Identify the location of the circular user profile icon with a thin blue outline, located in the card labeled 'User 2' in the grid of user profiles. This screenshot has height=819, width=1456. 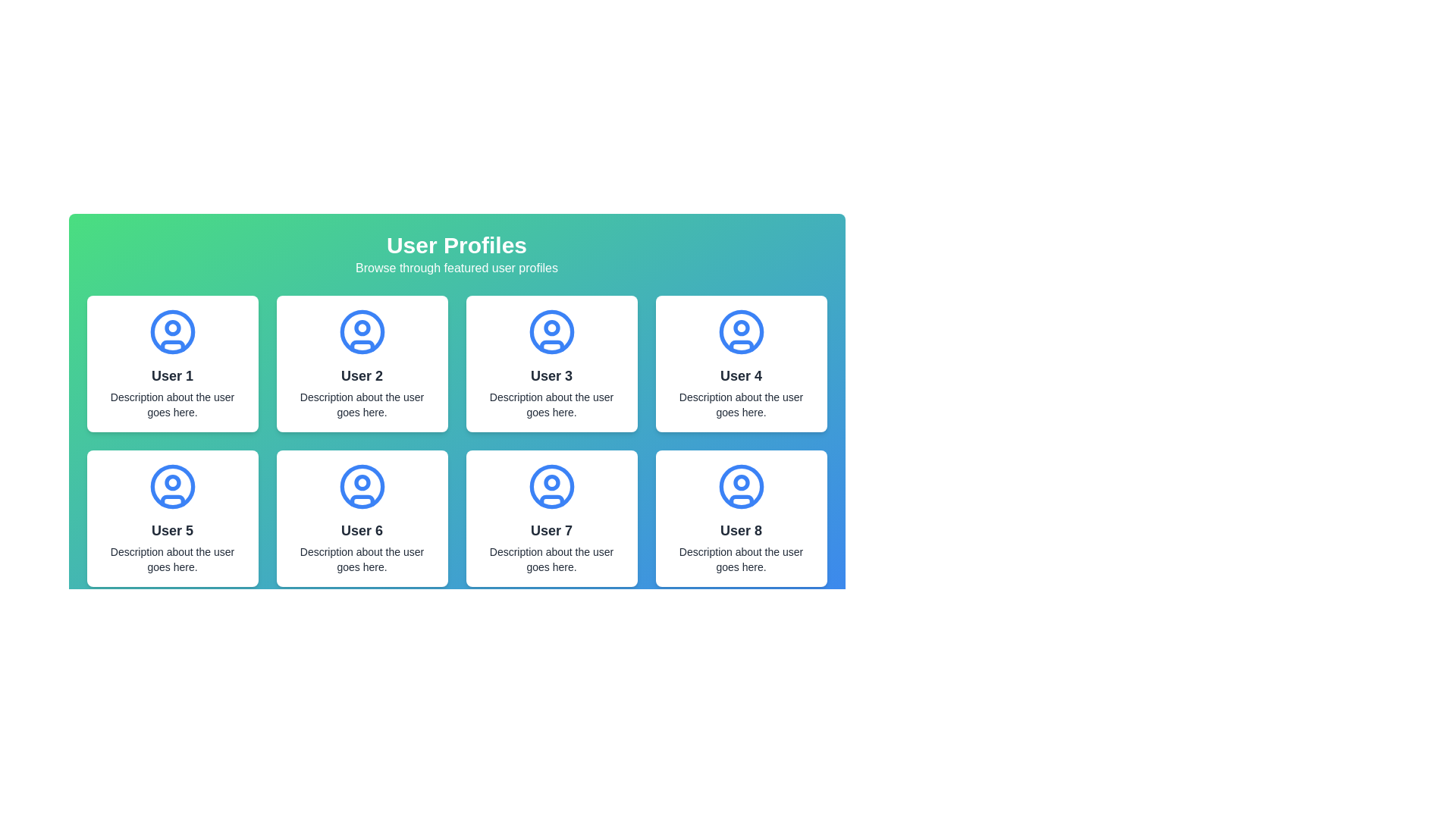
(361, 331).